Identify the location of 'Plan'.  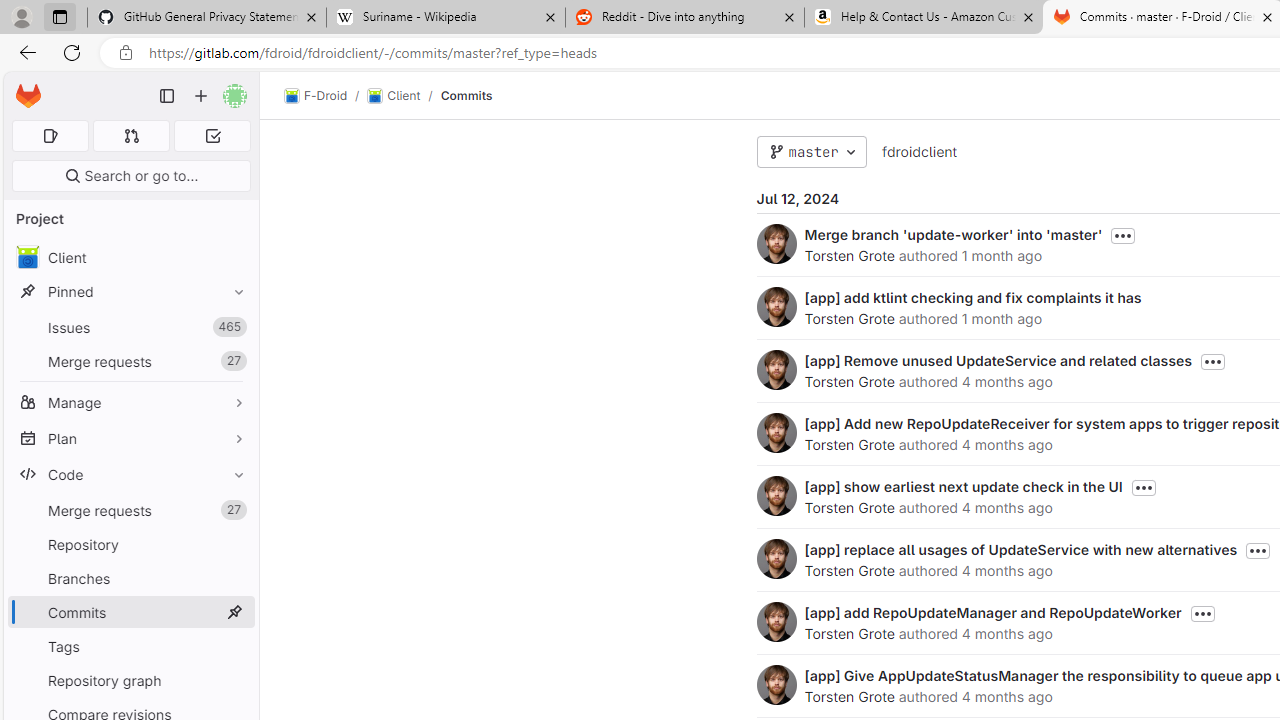
(130, 437).